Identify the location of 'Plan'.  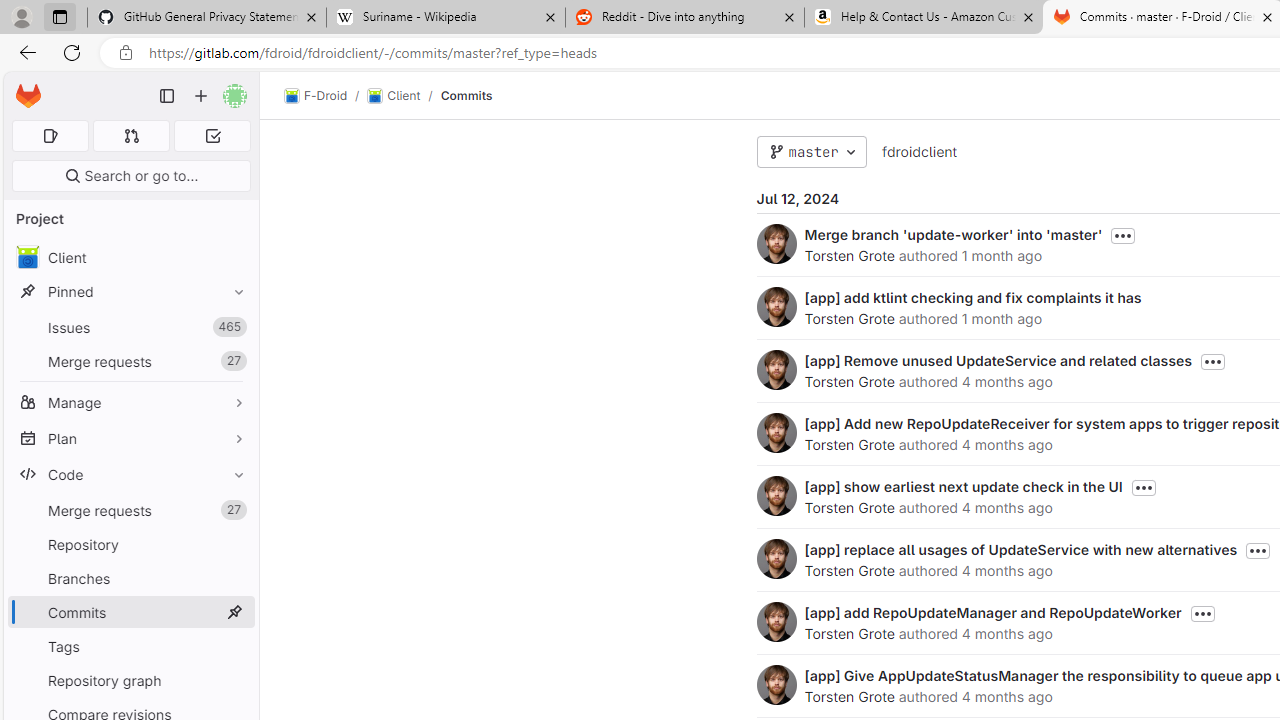
(130, 437).